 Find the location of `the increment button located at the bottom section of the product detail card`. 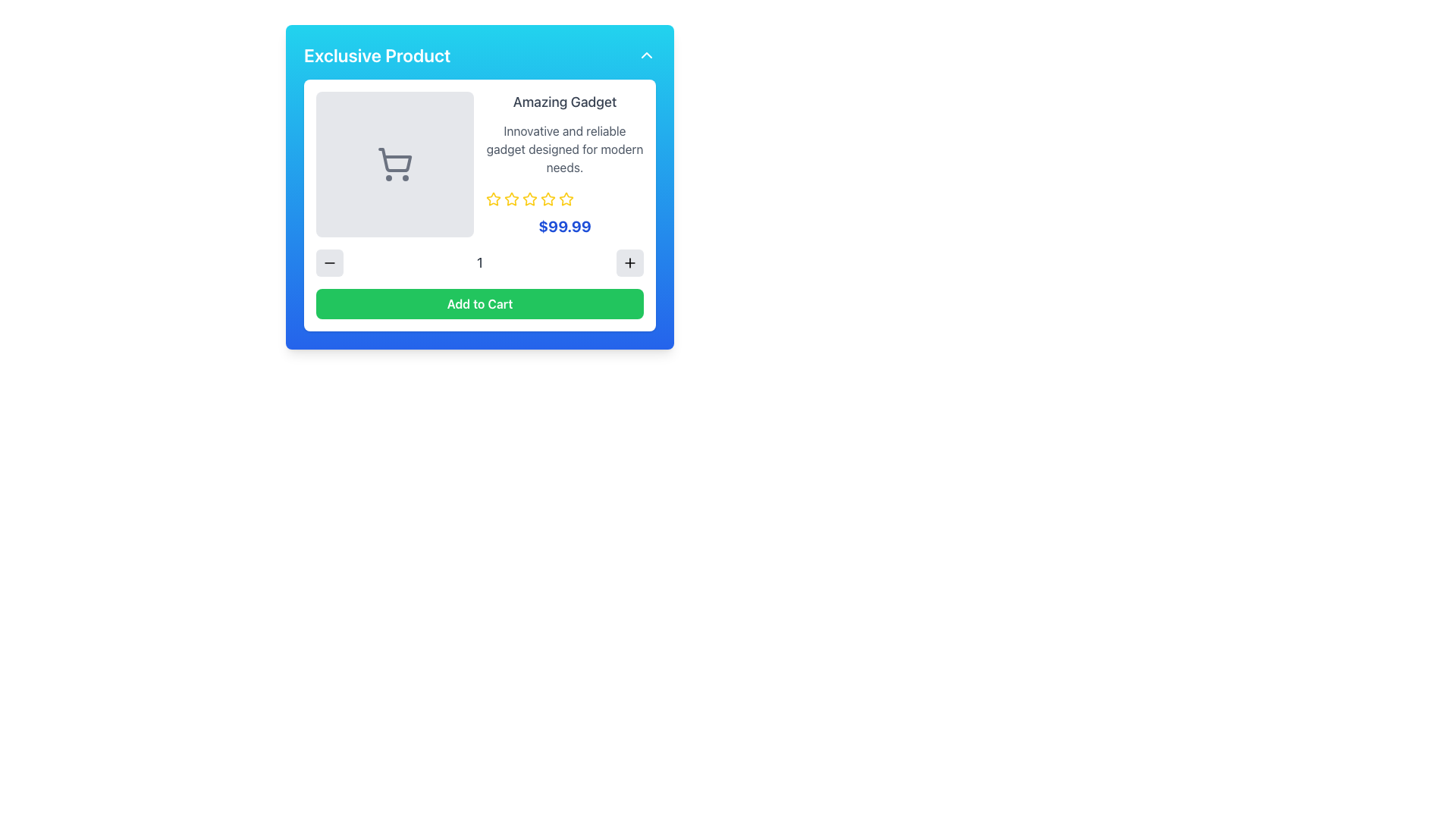

the increment button located at the bottom section of the product detail card is located at coordinates (629, 262).